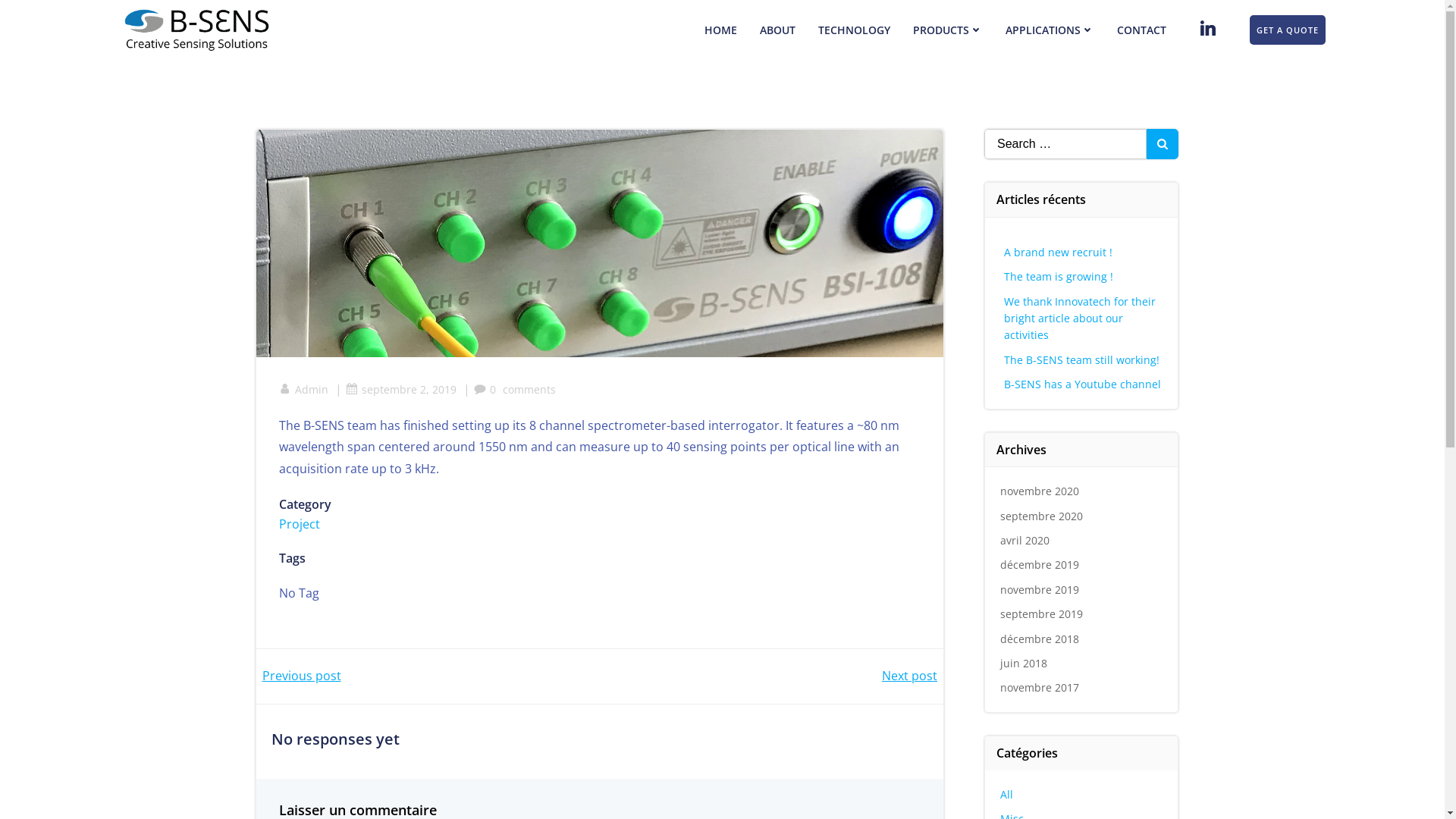 This screenshot has width=1456, height=819. Describe the element at coordinates (1081, 383) in the screenshot. I see `'B-SENS has a Youtube channel'` at that location.